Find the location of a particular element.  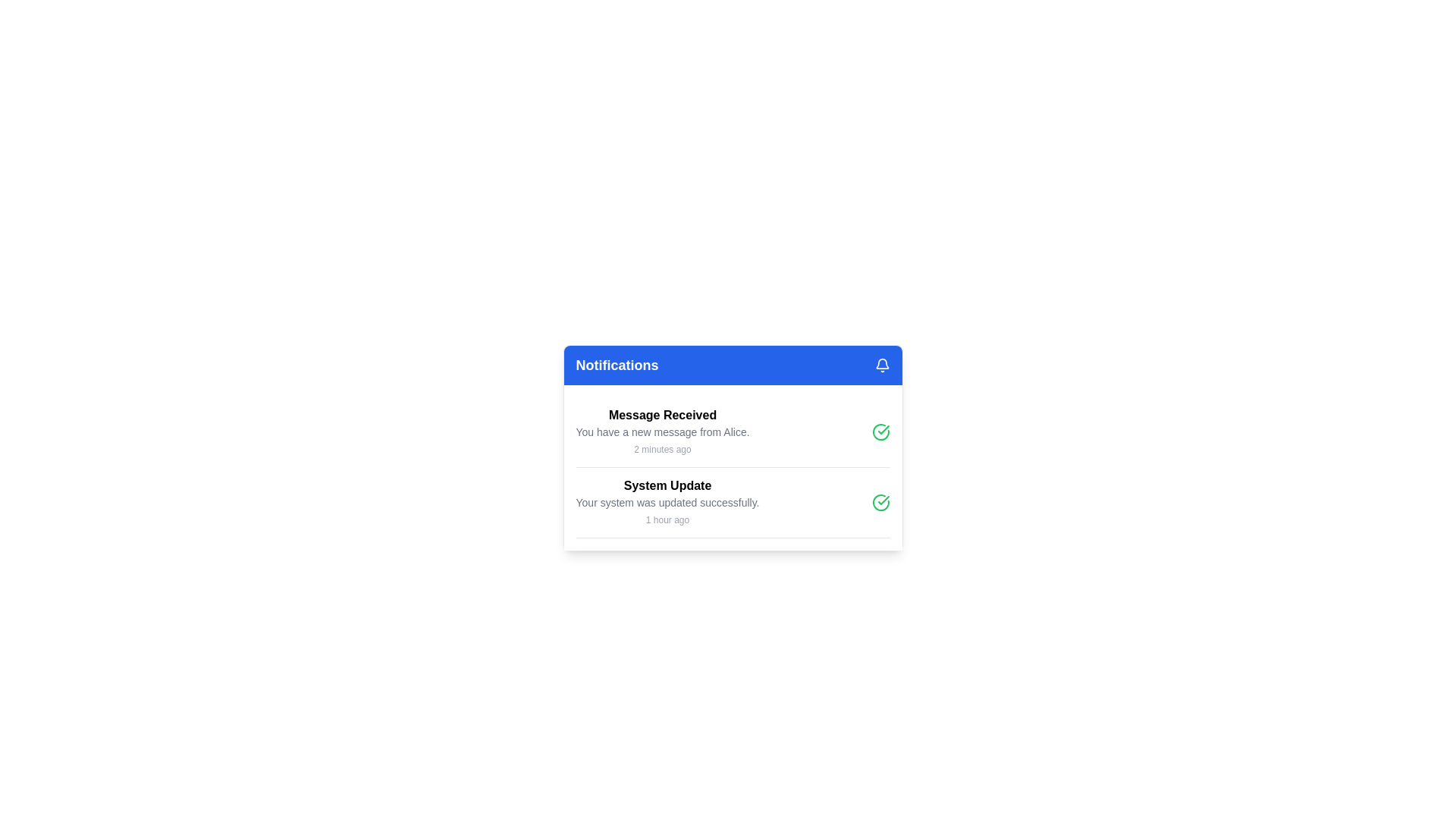

the bolded text segment labeled 'Message Received', which is the title of the first notification in the notification list is located at coordinates (662, 415).